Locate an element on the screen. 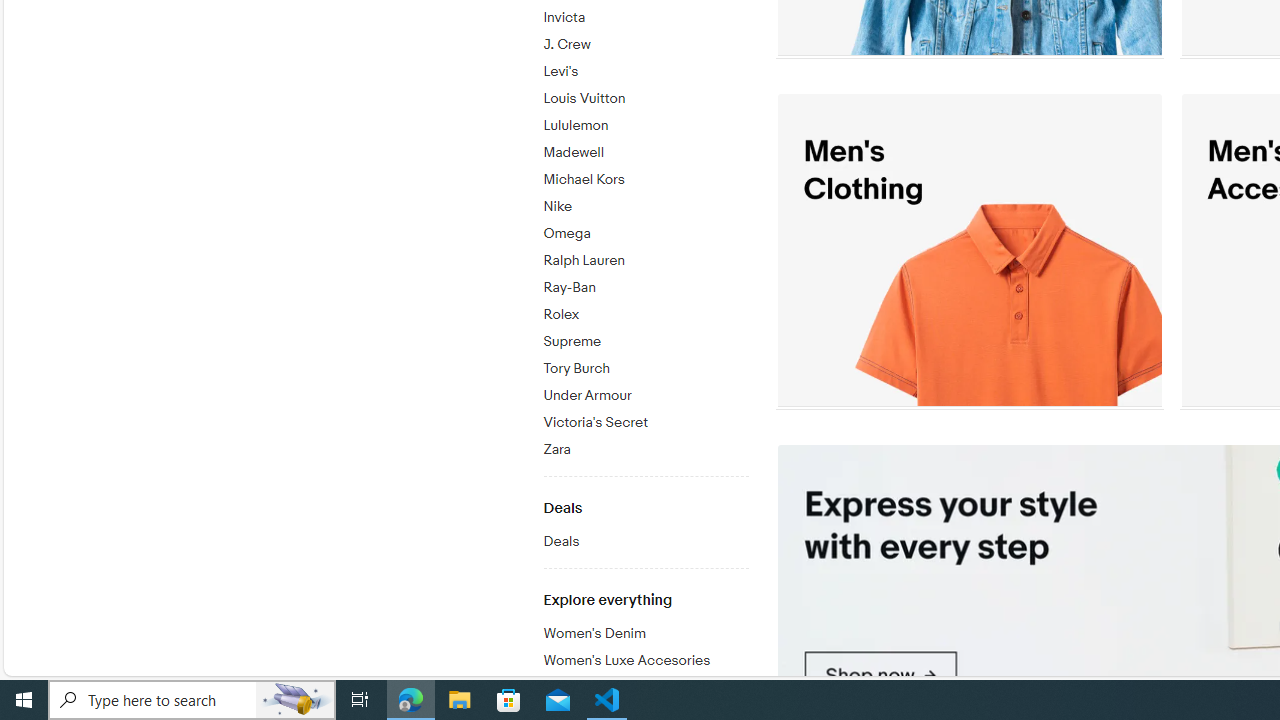  'Omega' is located at coordinates (645, 233).